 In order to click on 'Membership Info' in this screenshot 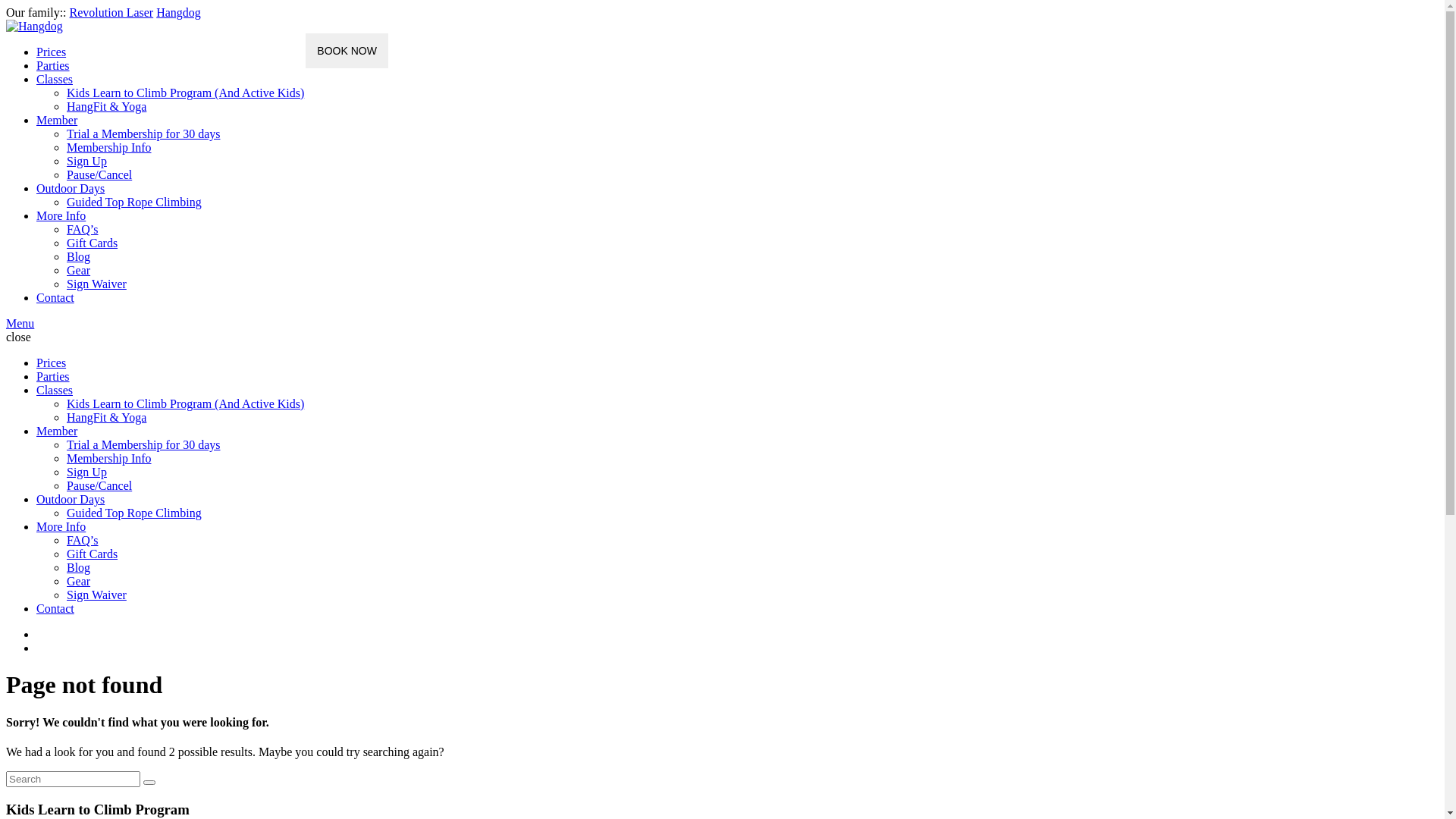, I will do `click(108, 457)`.